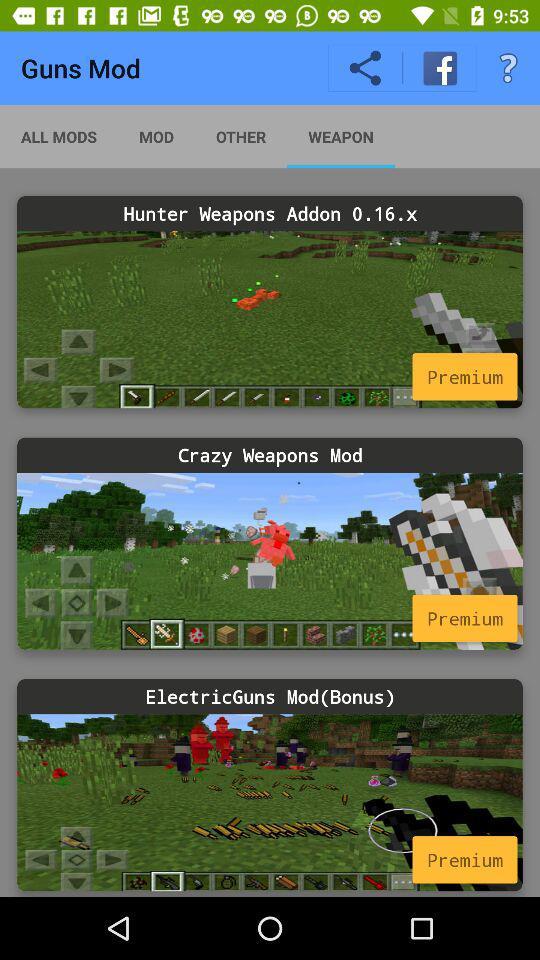 The image size is (540, 960). What do you see at coordinates (241, 135) in the screenshot?
I see `other app` at bounding box center [241, 135].